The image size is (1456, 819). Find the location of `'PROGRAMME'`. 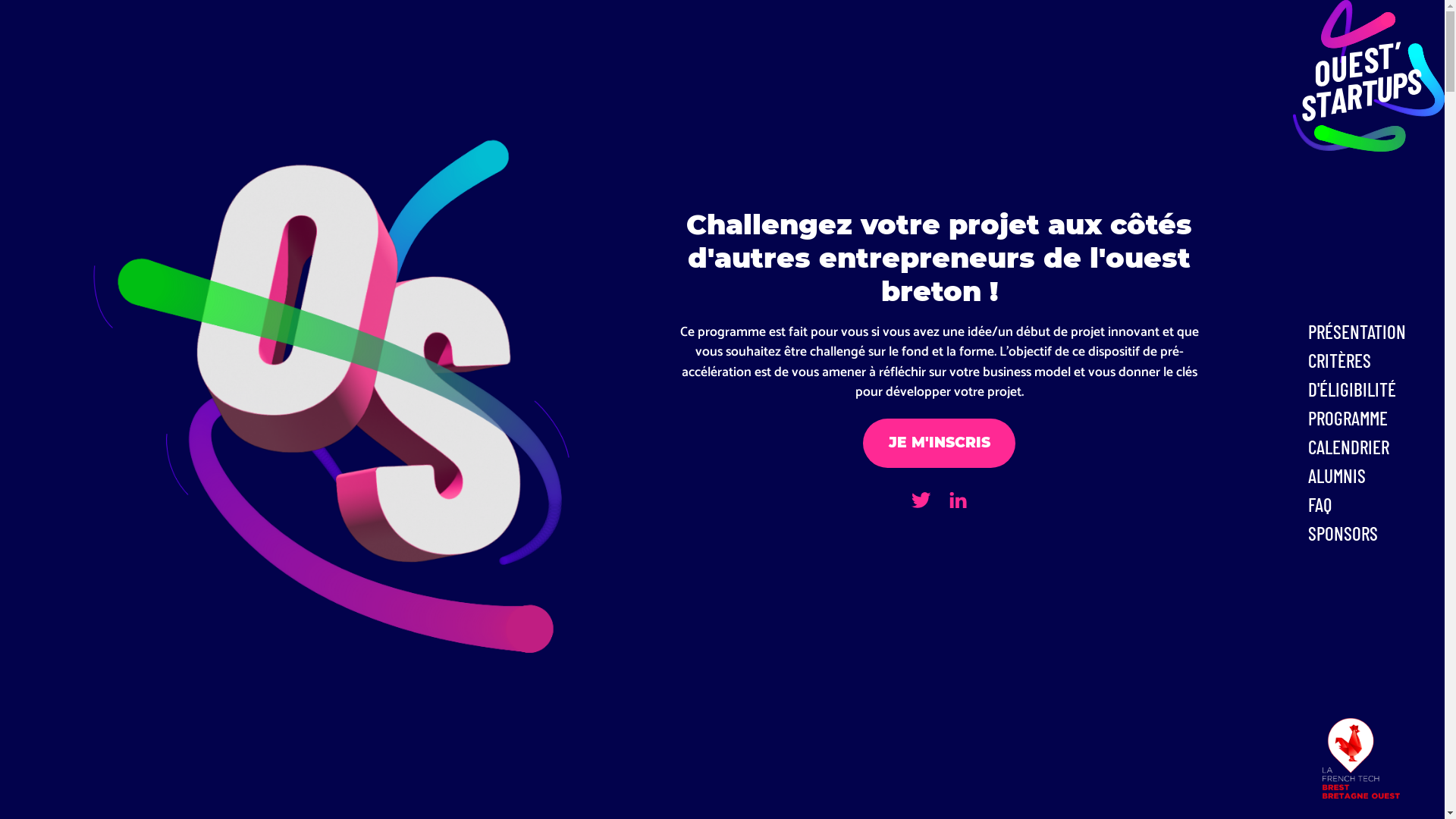

'PROGRAMME' is located at coordinates (1372, 418).